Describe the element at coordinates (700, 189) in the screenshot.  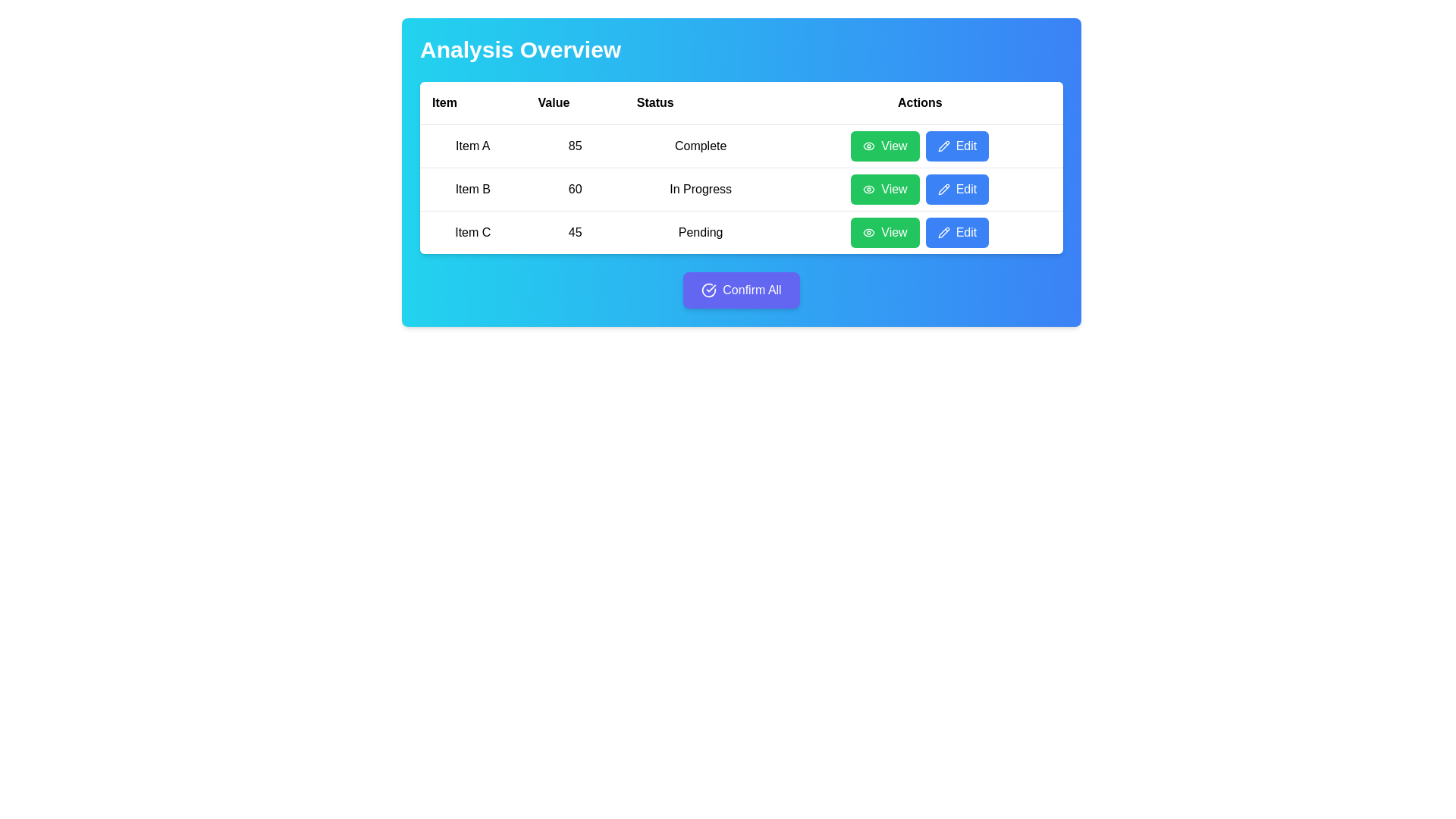
I see `the status text element indicating 'In Progress' for 'Item B', located in the 'Status' column of the second row of the table` at that location.